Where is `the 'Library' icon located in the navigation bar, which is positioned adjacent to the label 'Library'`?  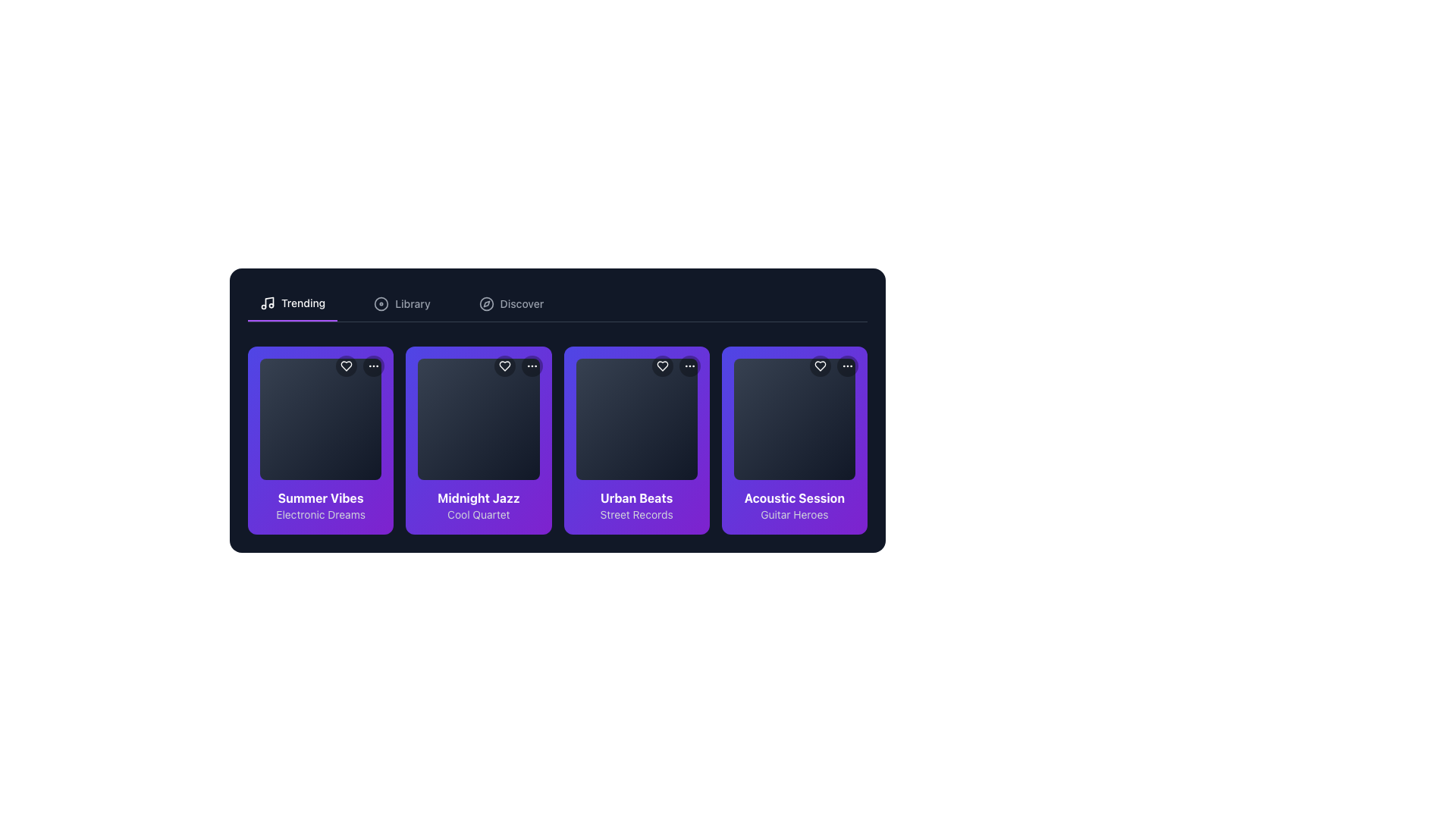 the 'Library' icon located in the navigation bar, which is positioned adjacent to the label 'Library' is located at coordinates (381, 304).